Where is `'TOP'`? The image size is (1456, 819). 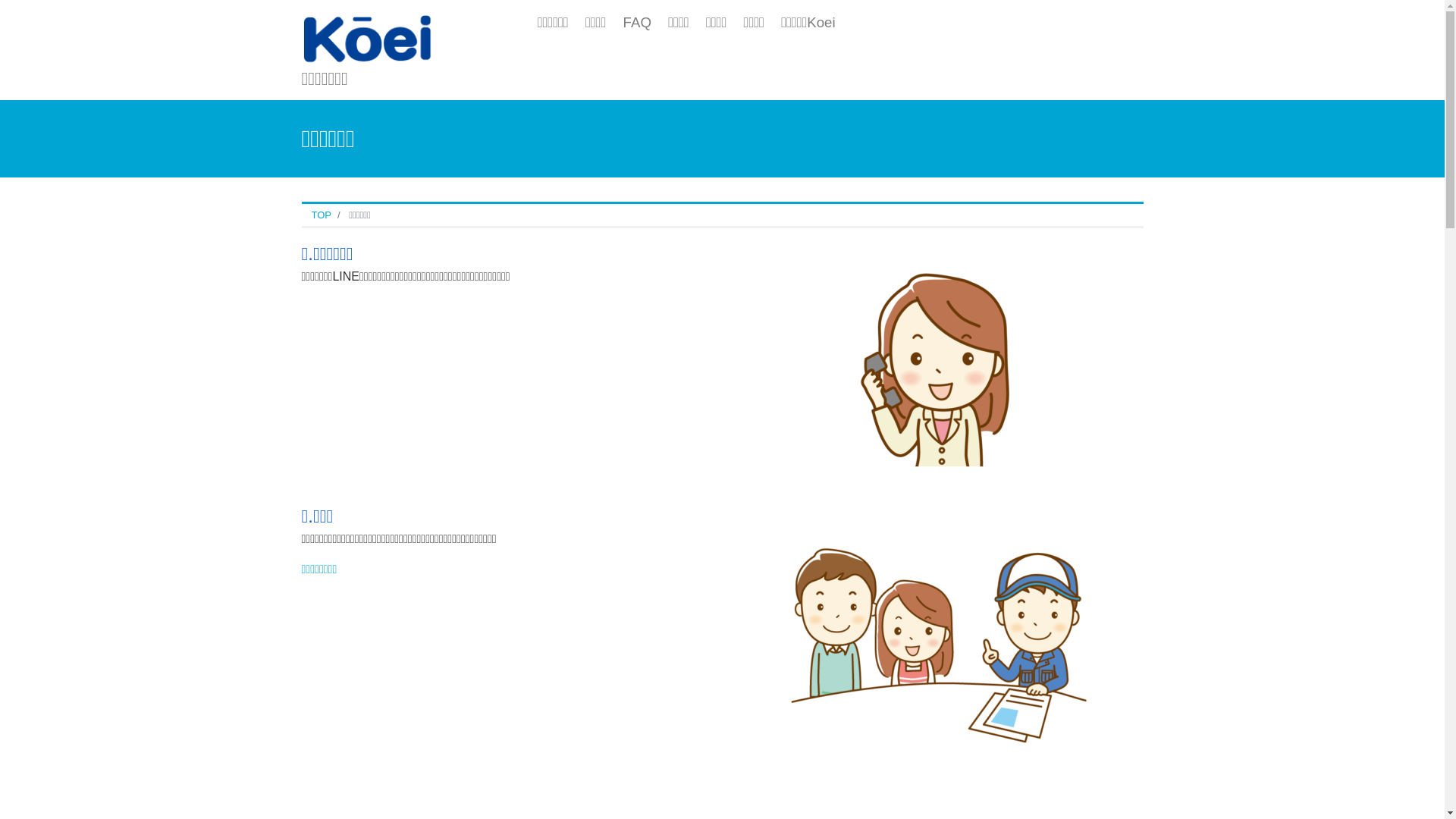 'TOP' is located at coordinates (320, 215).